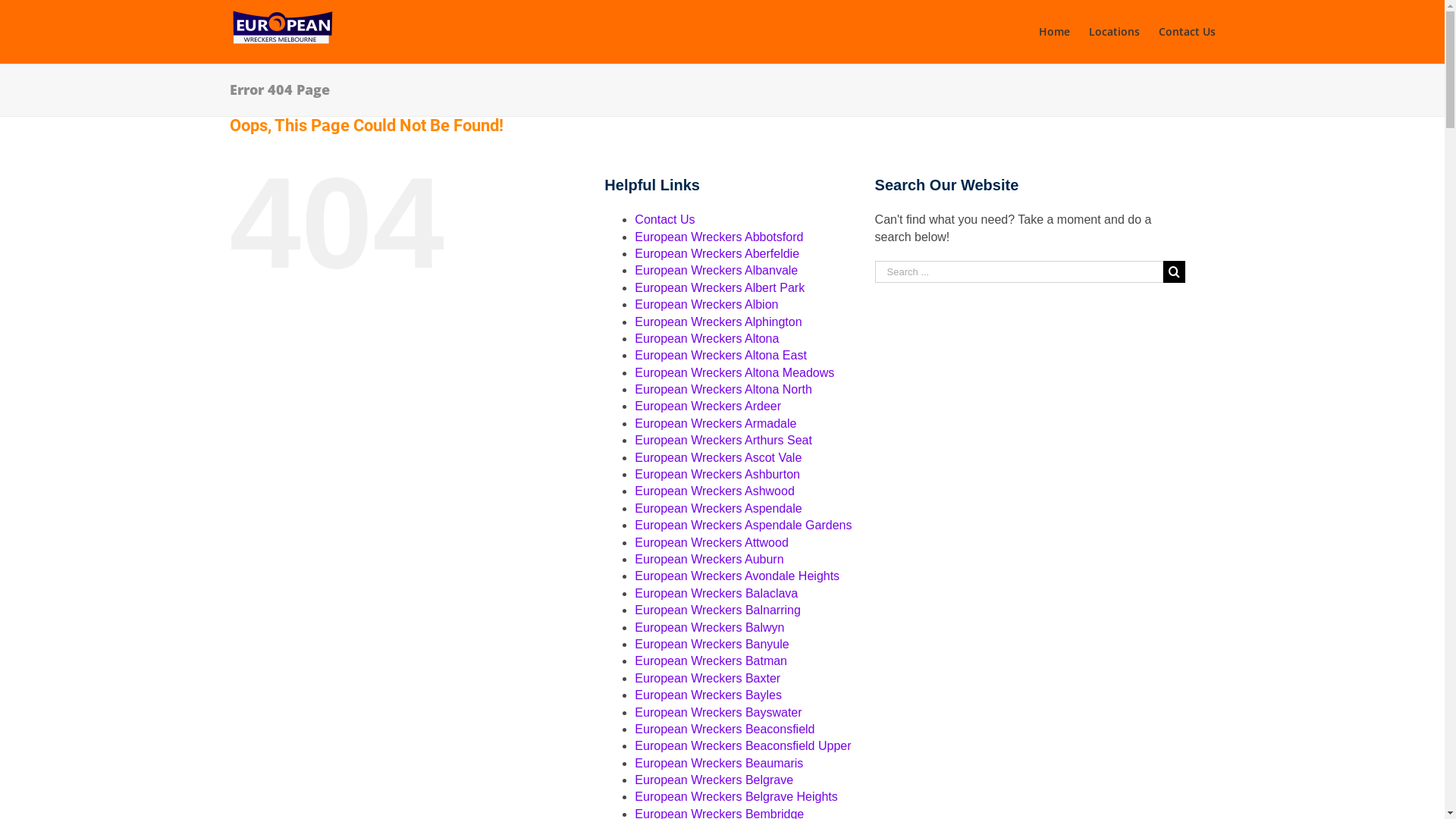 The width and height of the screenshot is (1456, 819). I want to click on 'European Wreckers Banyule', so click(711, 644).